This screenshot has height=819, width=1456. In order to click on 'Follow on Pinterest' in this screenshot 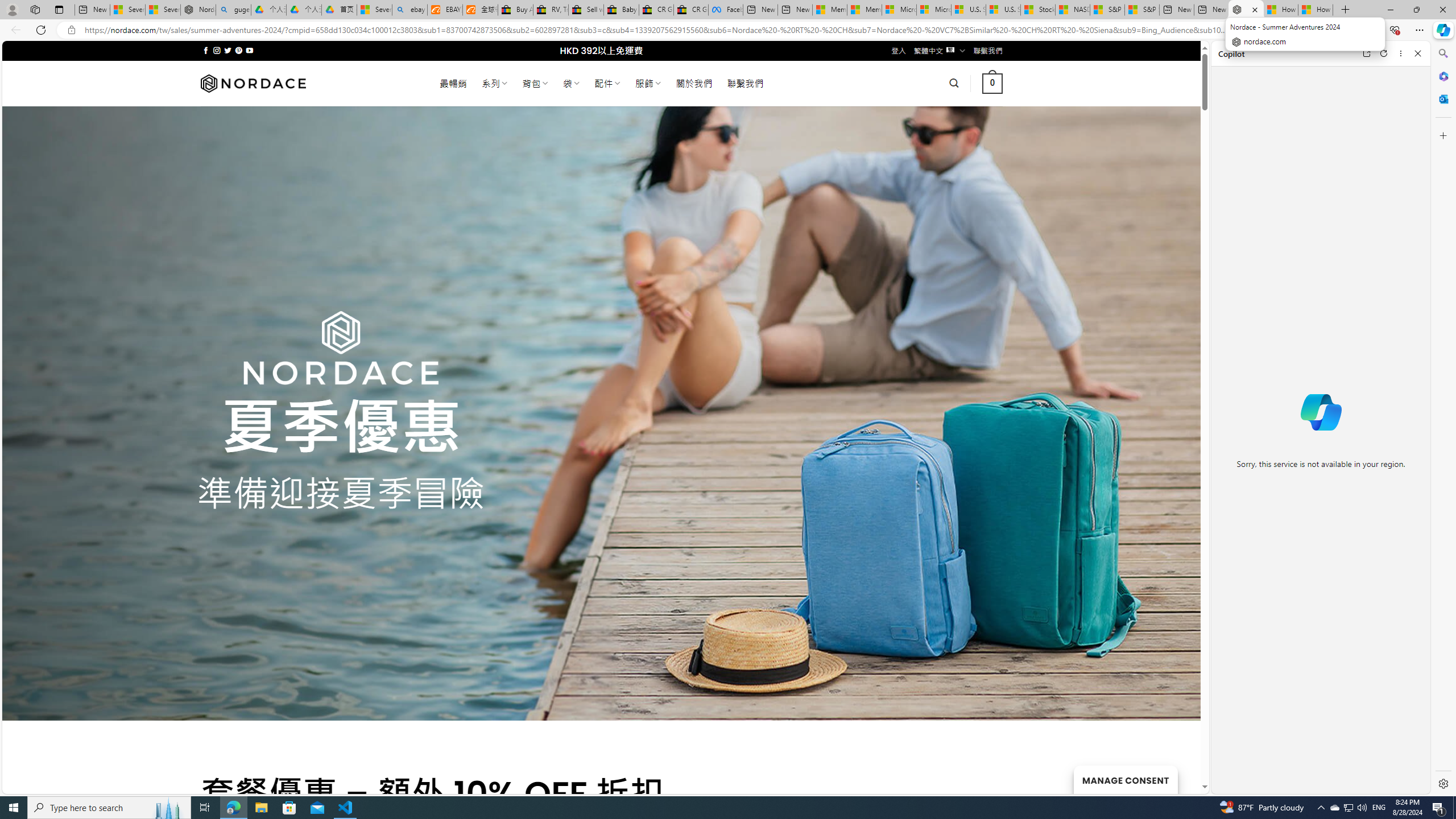, I will do `click(237, 50)`.